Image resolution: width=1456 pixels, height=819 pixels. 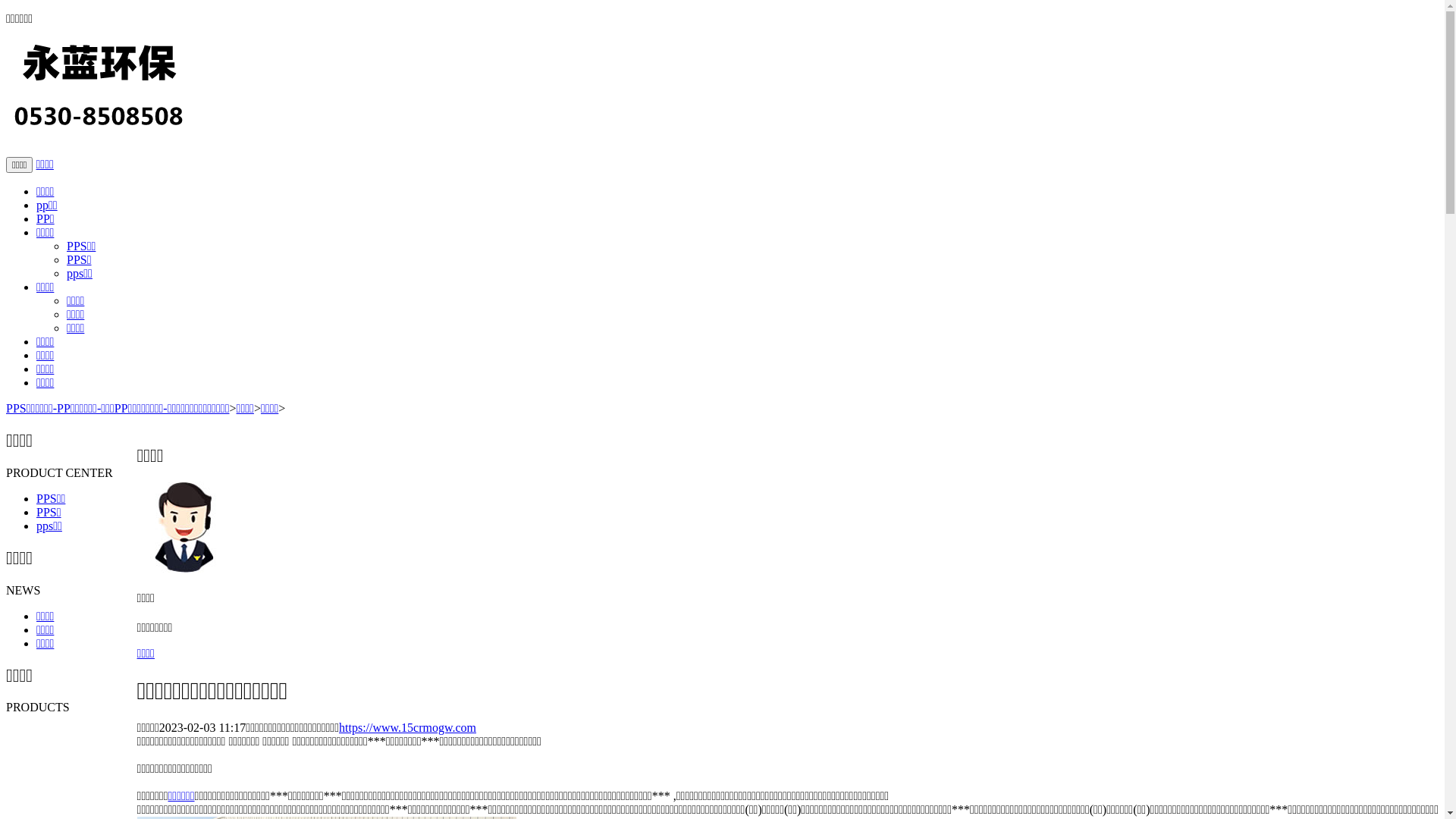 I want to click on 'https://www.15crmogw.com', so click(x=407, y=726).